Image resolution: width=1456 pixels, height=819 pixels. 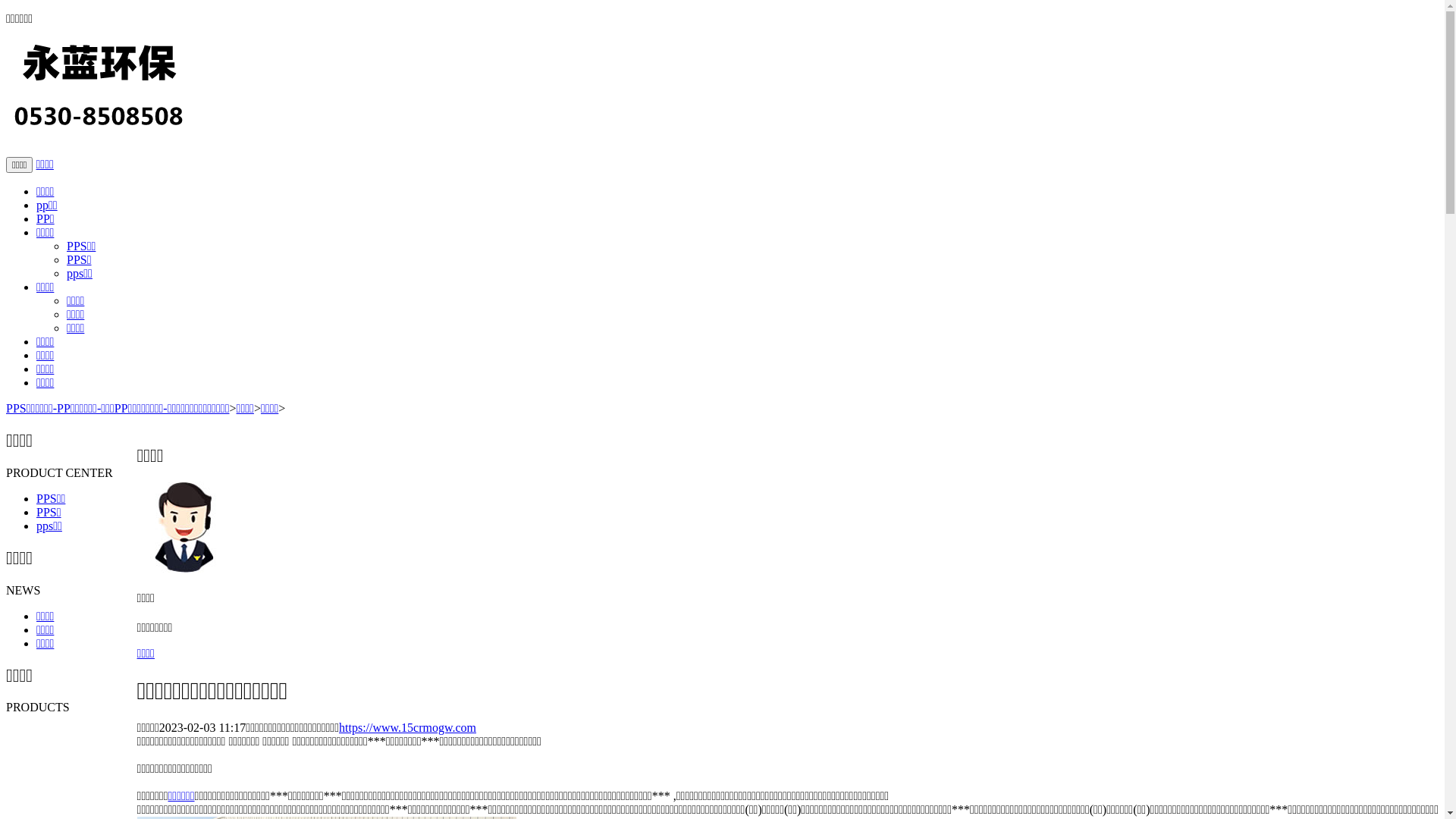 I want to click on 'https://www.15crmogw.com', so click(x=407, y=726).